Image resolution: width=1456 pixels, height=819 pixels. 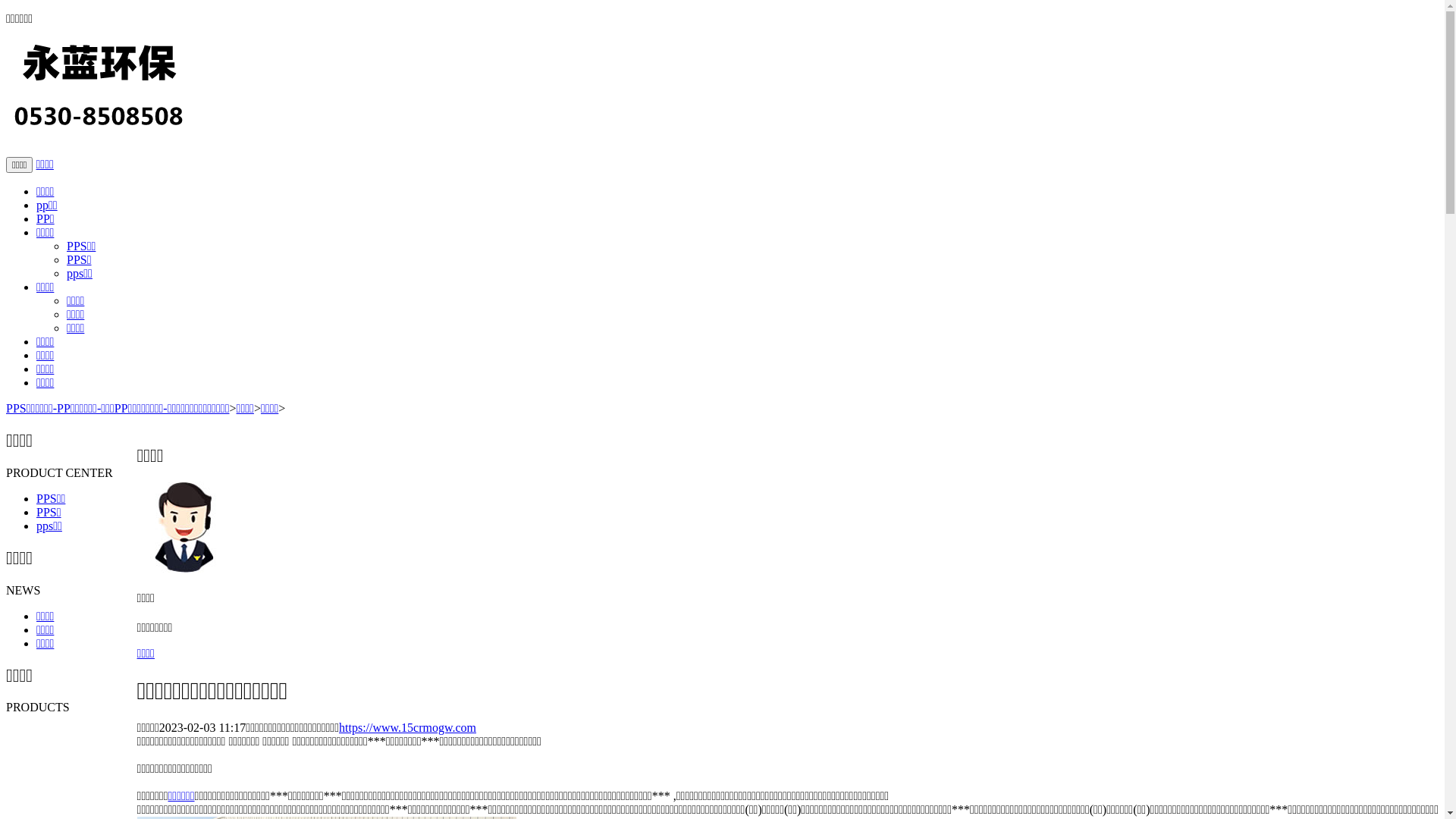 I want to click on 'https://www.15crmogw.com', so click(x=407, y=726).